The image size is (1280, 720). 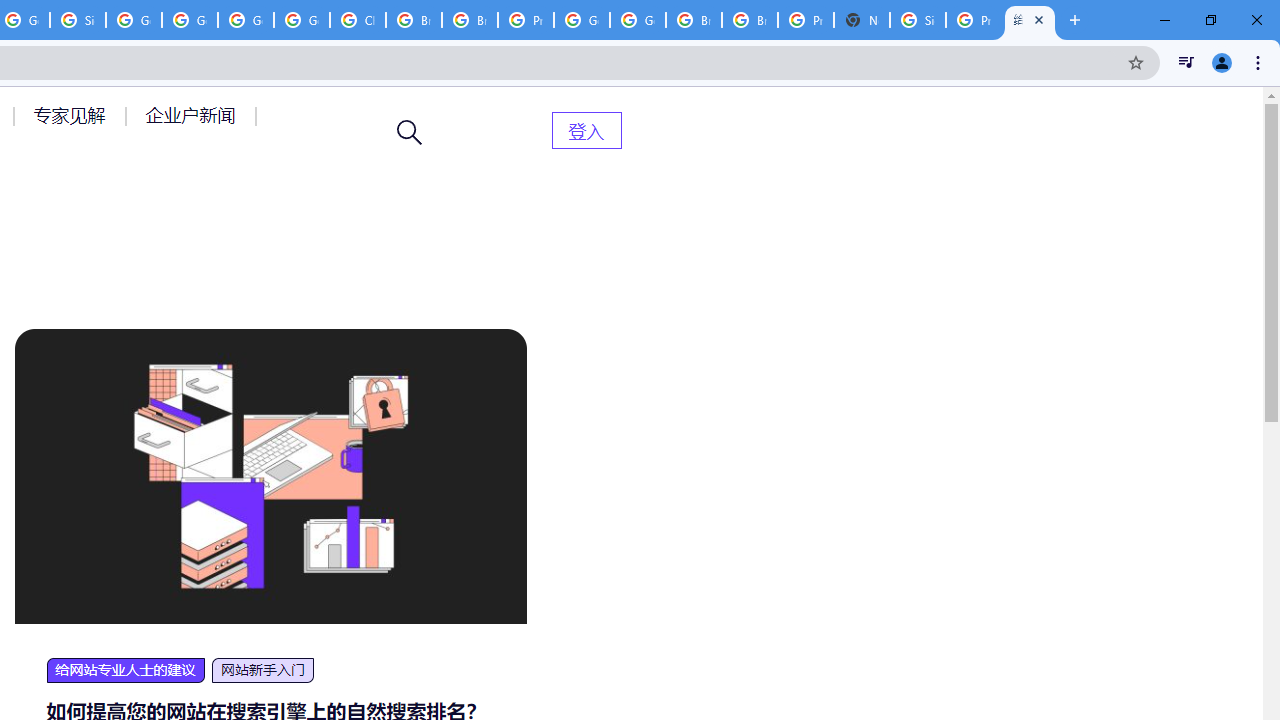 I want to click on 'Google Cloud Platform', so click(x=637, y=20).